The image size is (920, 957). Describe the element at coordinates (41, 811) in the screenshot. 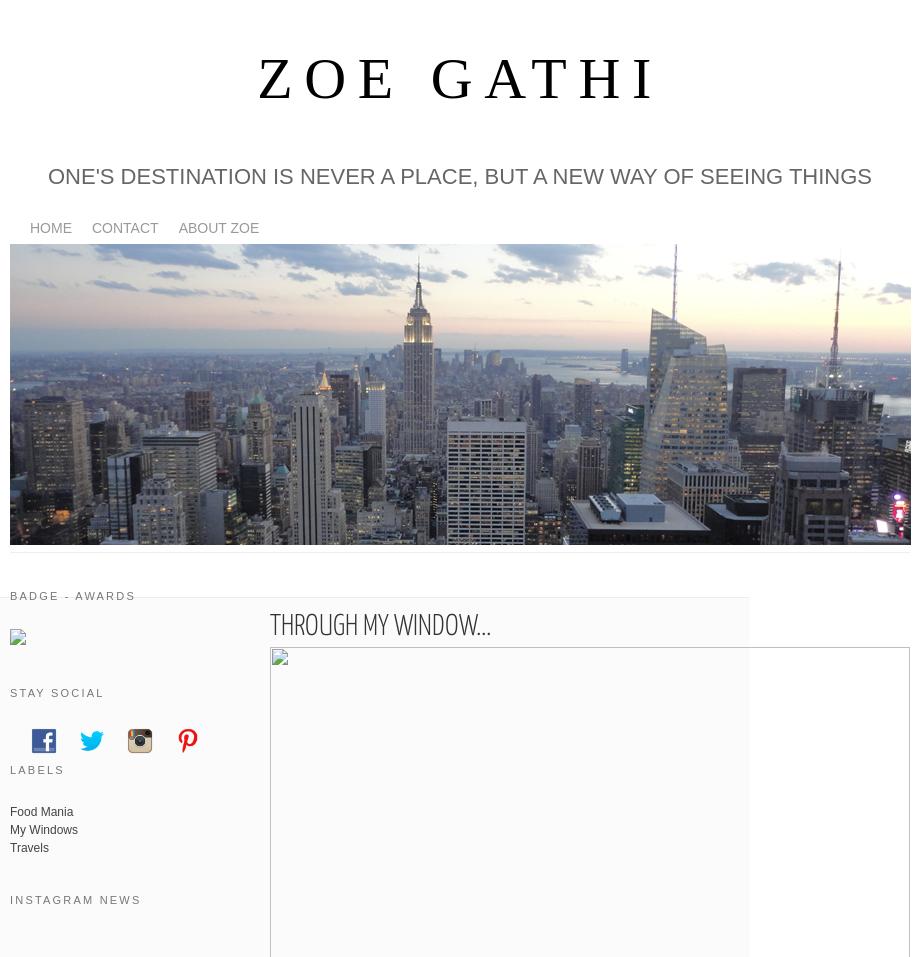

I see `'Food Mania'` at that location.